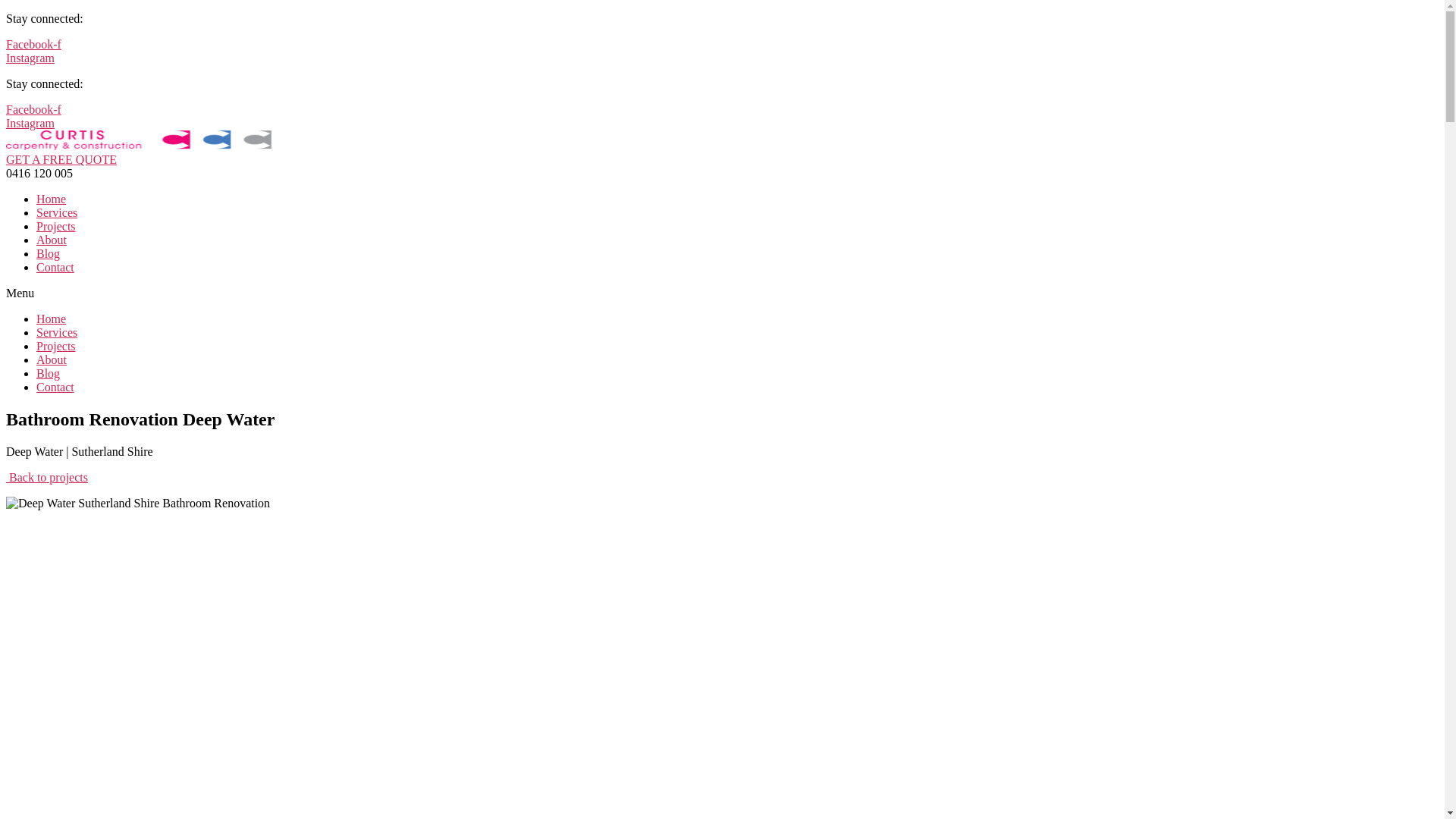  I want to click on 'Instagram', so click(30, 57).